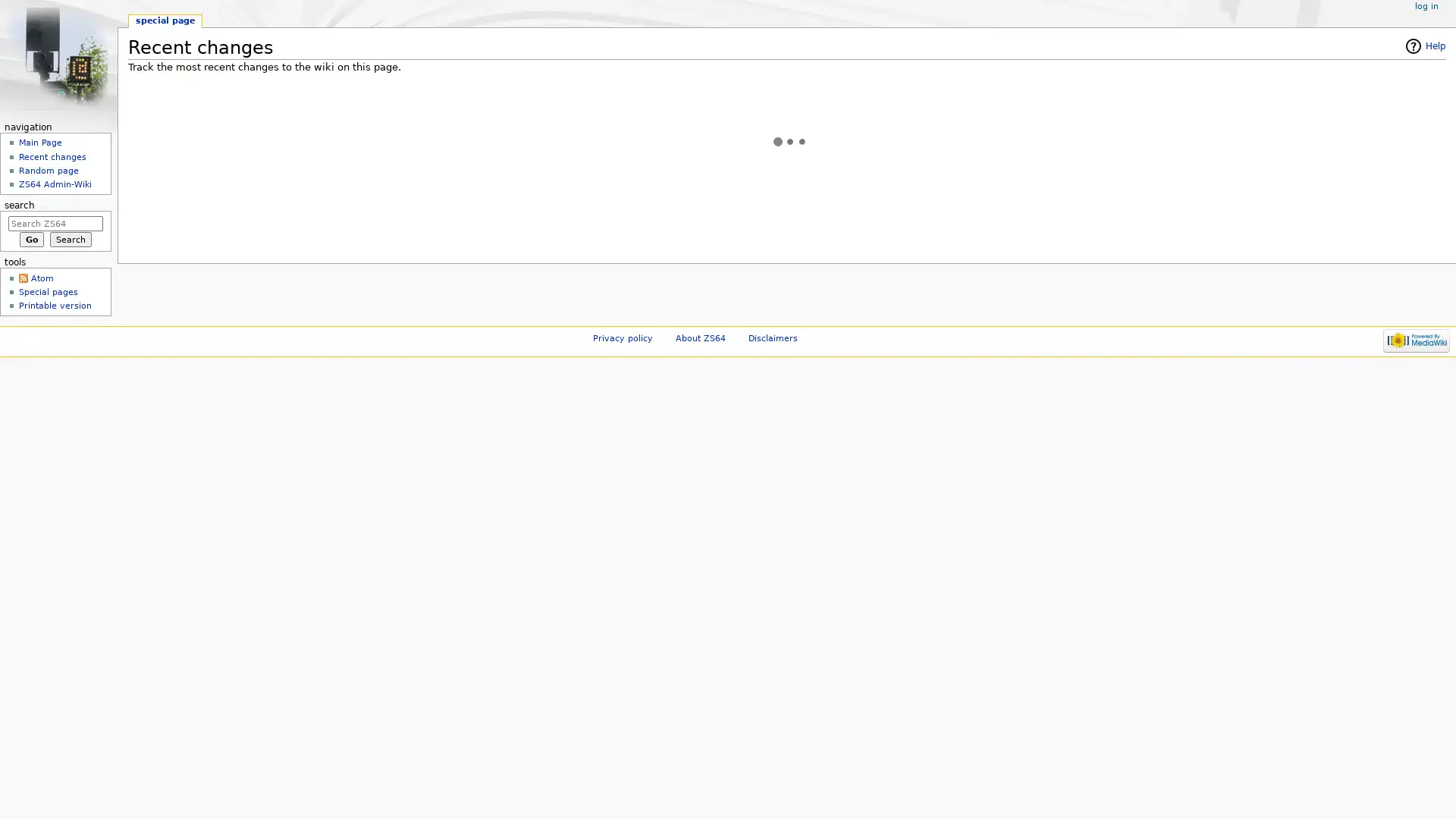  What do you see at coordinates (70, 239) in the screenshot?
I see `Search` at bounding box center [70, 239].